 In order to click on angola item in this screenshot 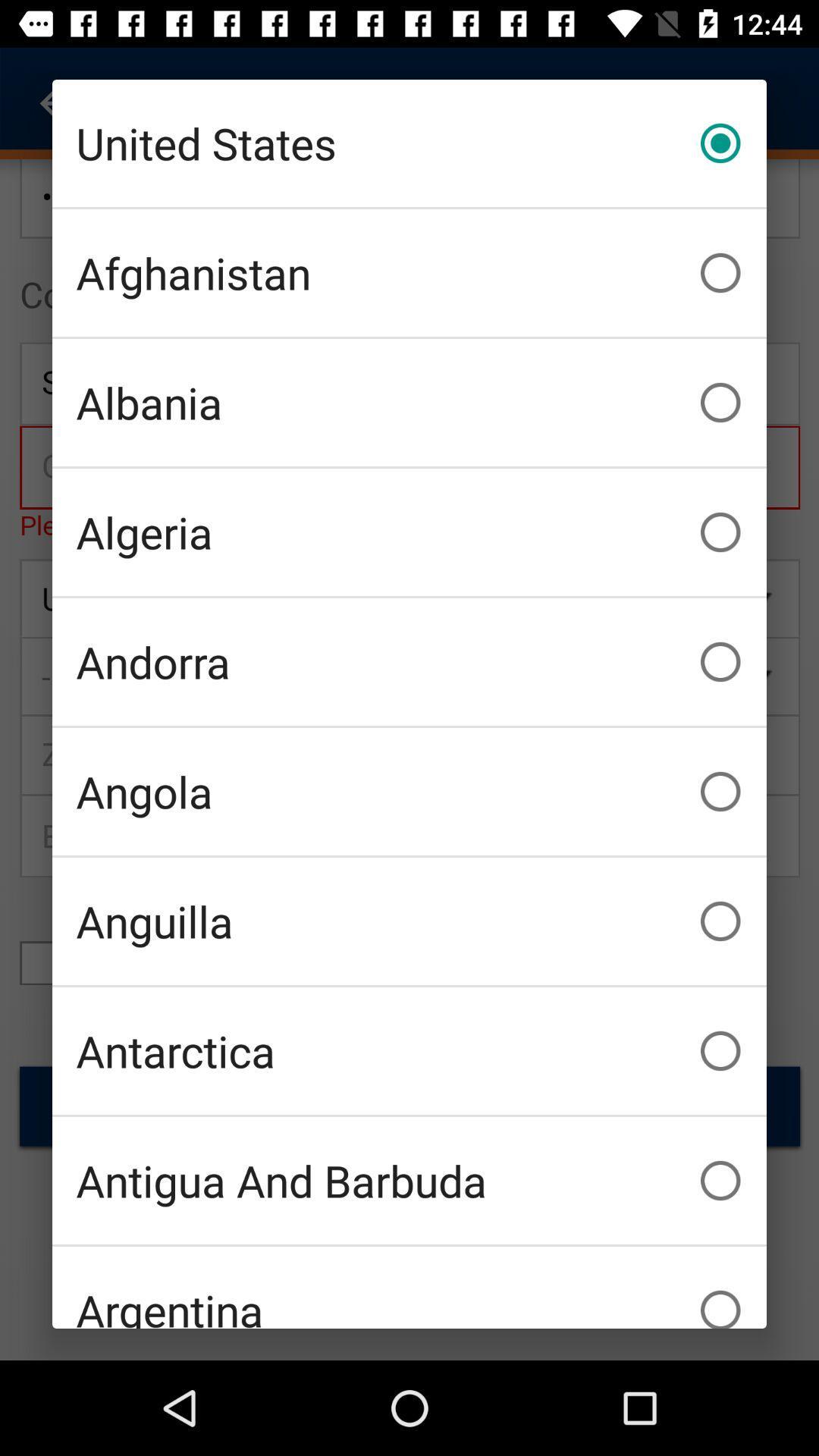, I will do `click(409, 790)`.